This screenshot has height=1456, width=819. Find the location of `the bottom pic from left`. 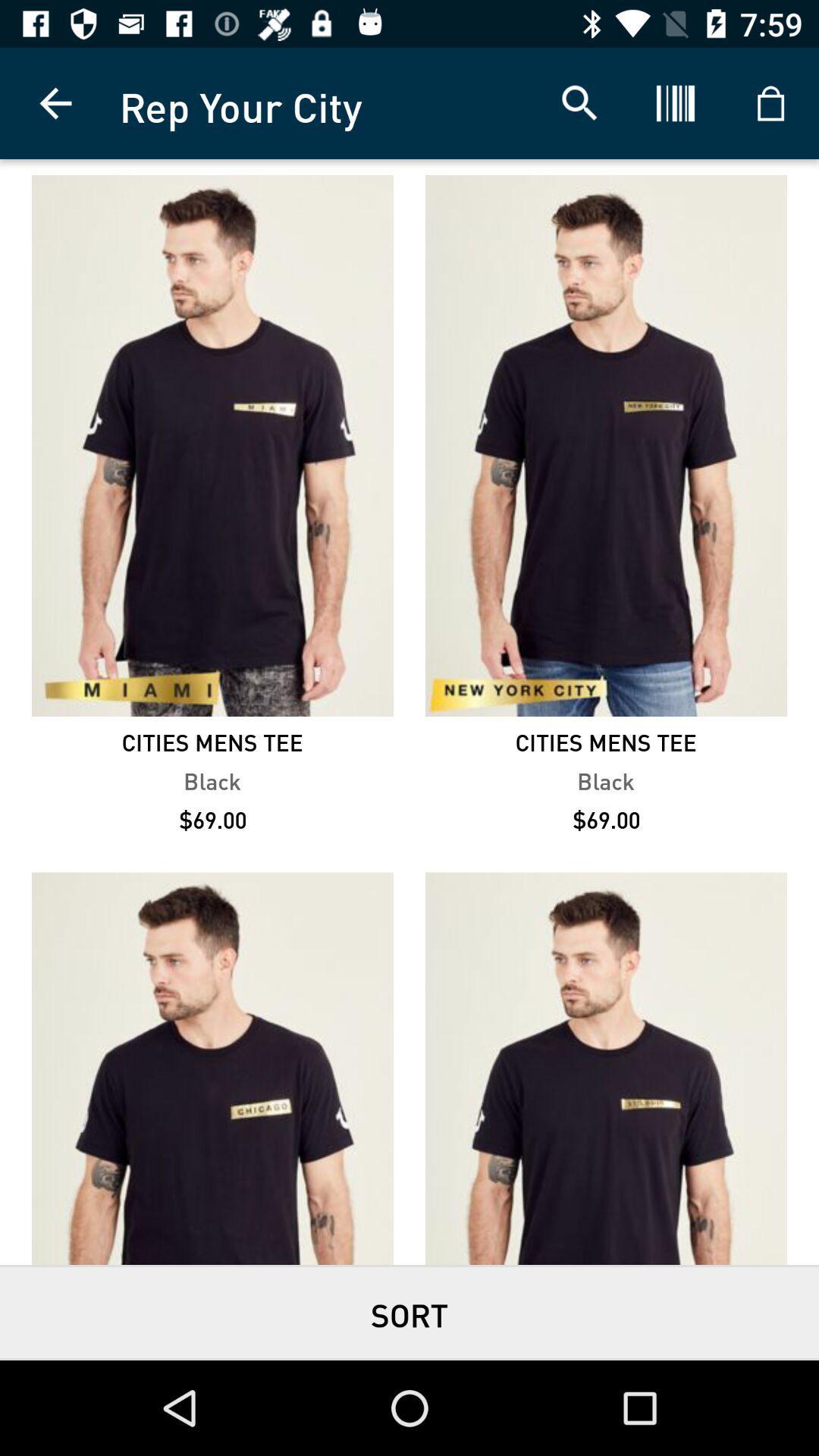

the bottom pic from left is located at coordinates (212, 1068).